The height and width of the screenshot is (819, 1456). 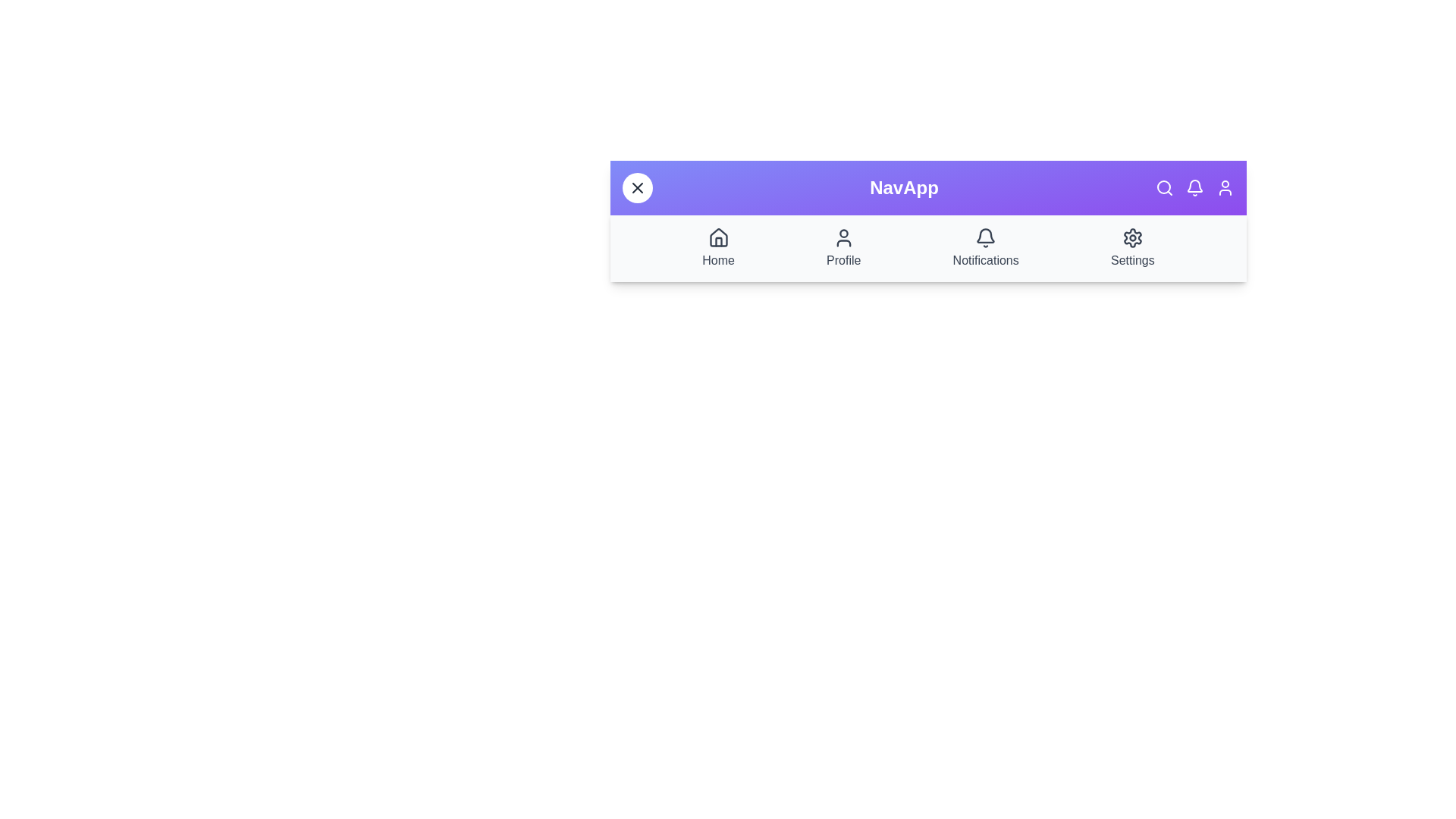 What do you see at coordinates (1194, 187) in the screenshot?
I see `the header icon Bell` at bounding box center [1194, 187].